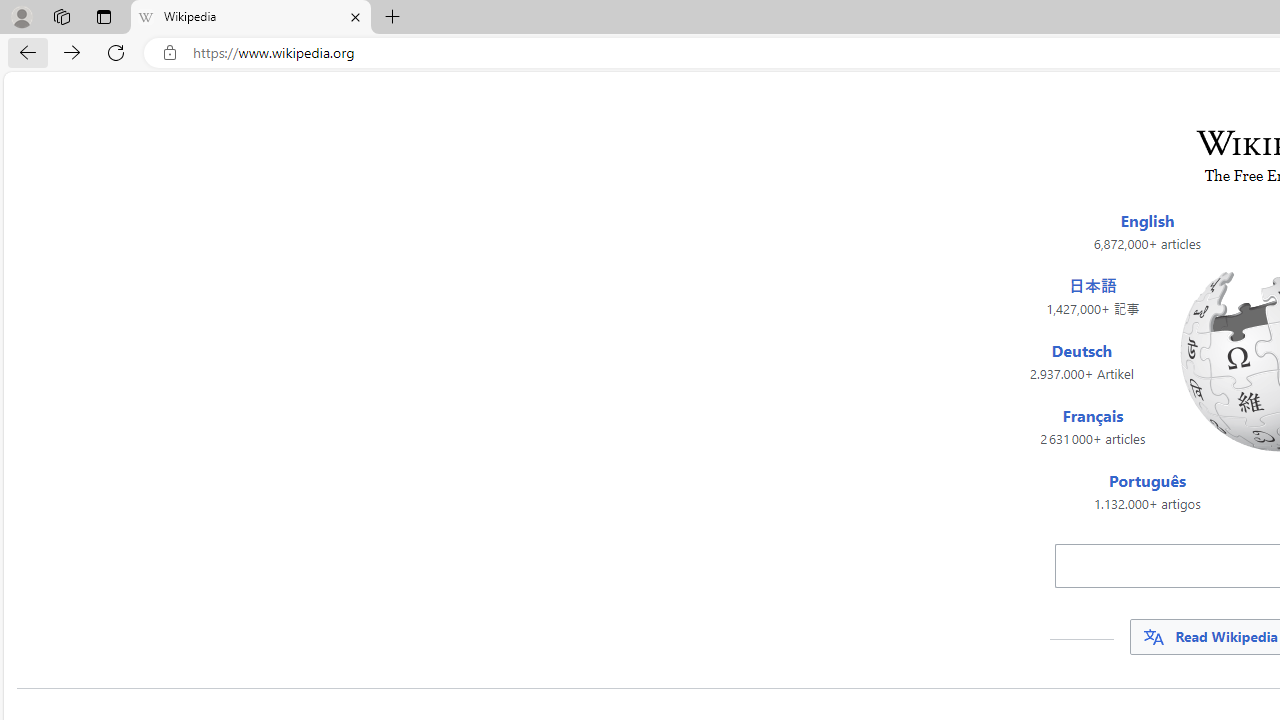 The width and height of the screenshot is (1280, 720). What do you see at coordinates (72, 51) in the screenshot?
I see `'Forward'` at bounding box center [72, 51].